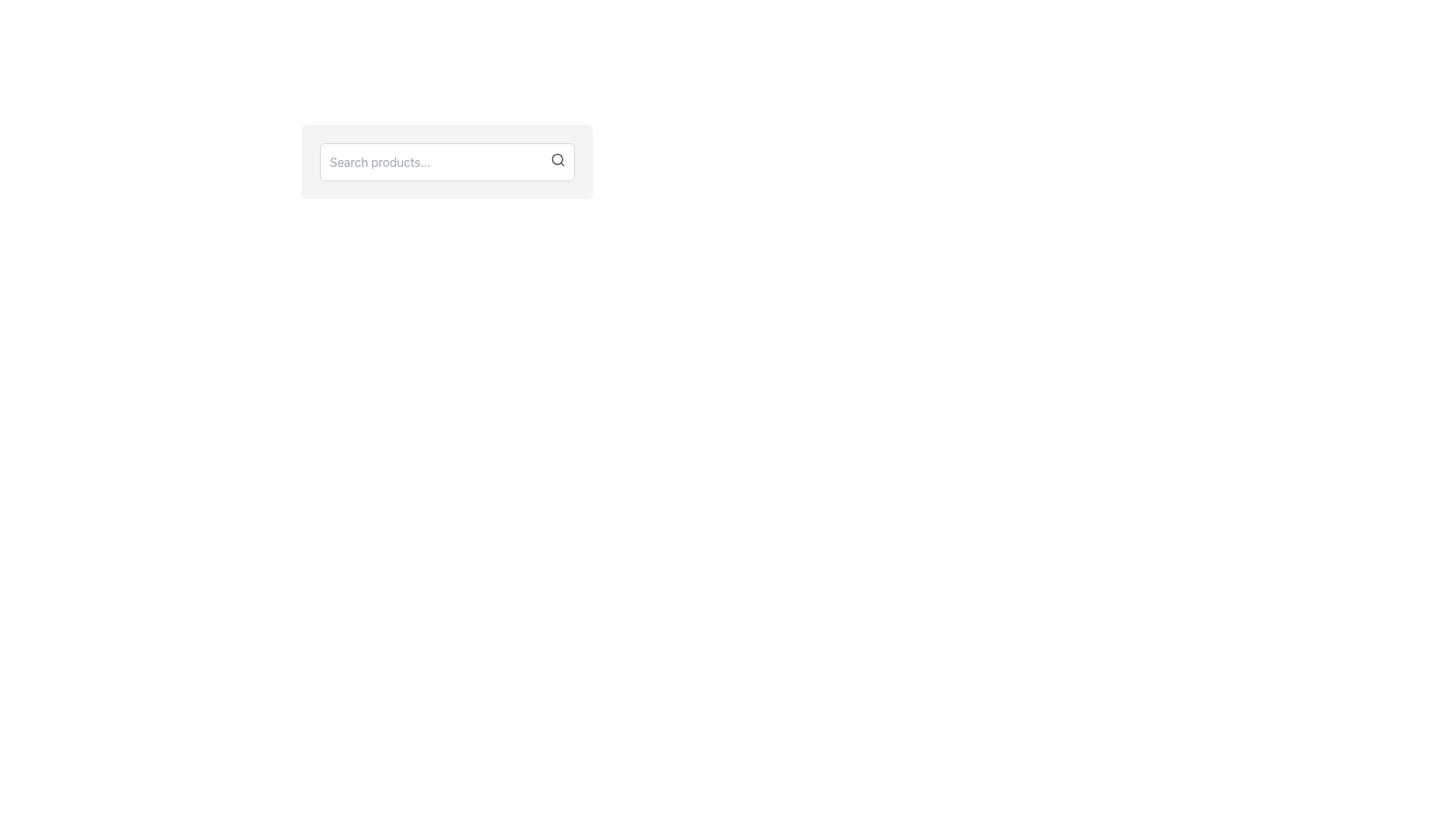  Describe the element at coordinates (557, 160) in the screenshot. I see `the magnifying glass icon located at the top-right corner of the search input field for additional visual feedback` at that location.